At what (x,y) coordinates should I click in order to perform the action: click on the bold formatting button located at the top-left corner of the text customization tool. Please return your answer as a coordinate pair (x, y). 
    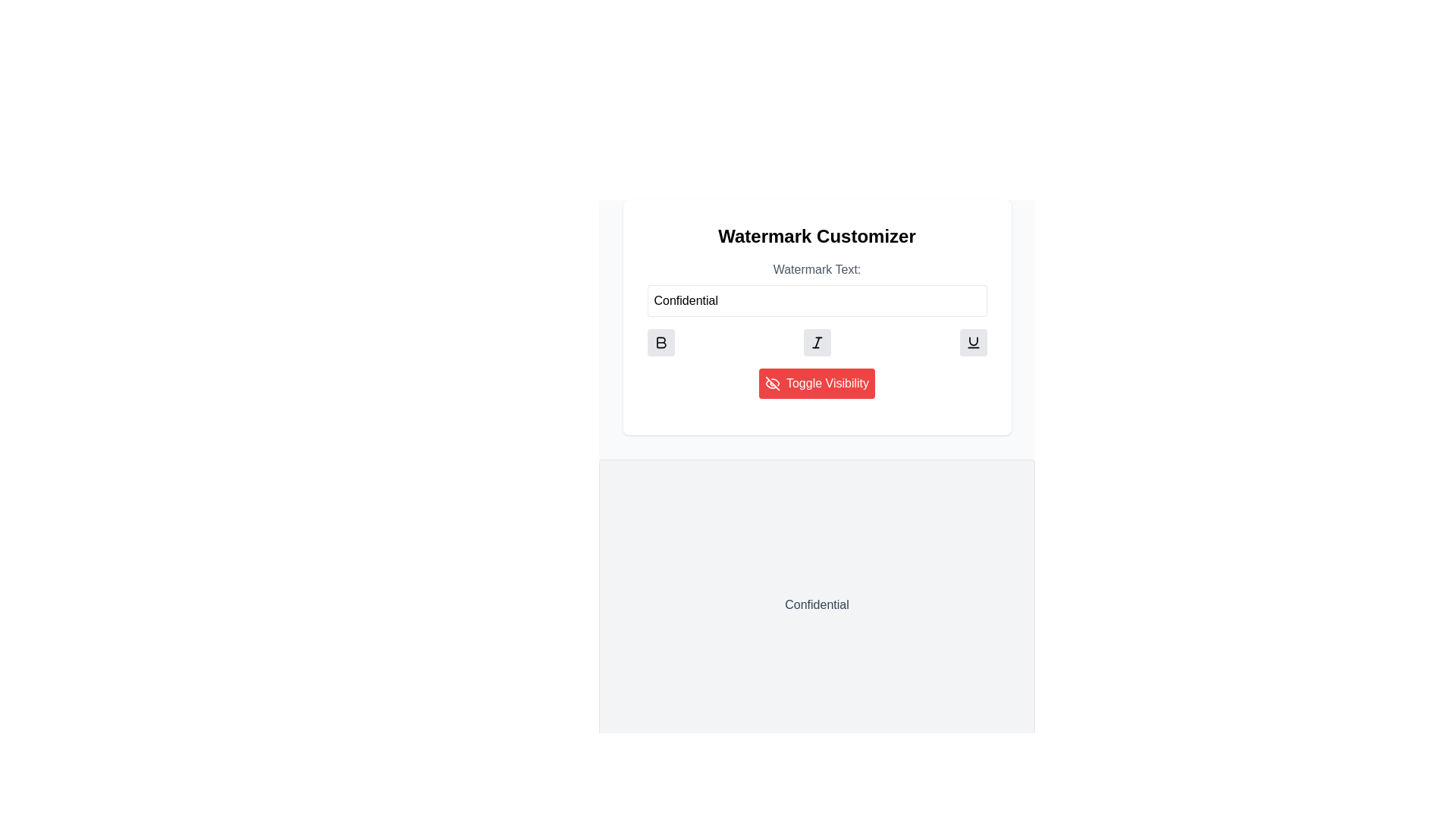
    Looking at the image, I should click on (661, 342).